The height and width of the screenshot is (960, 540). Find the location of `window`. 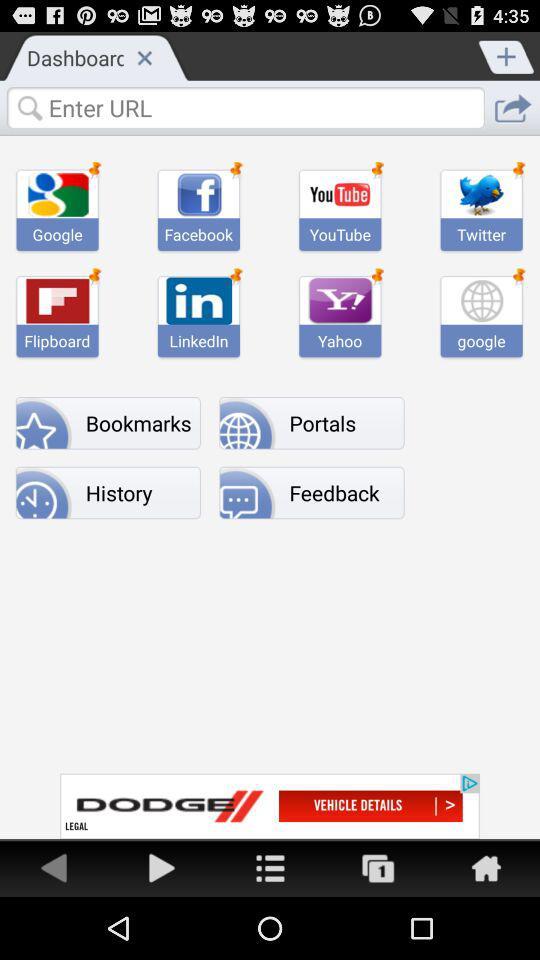

window is located at coordinates (143, 56).